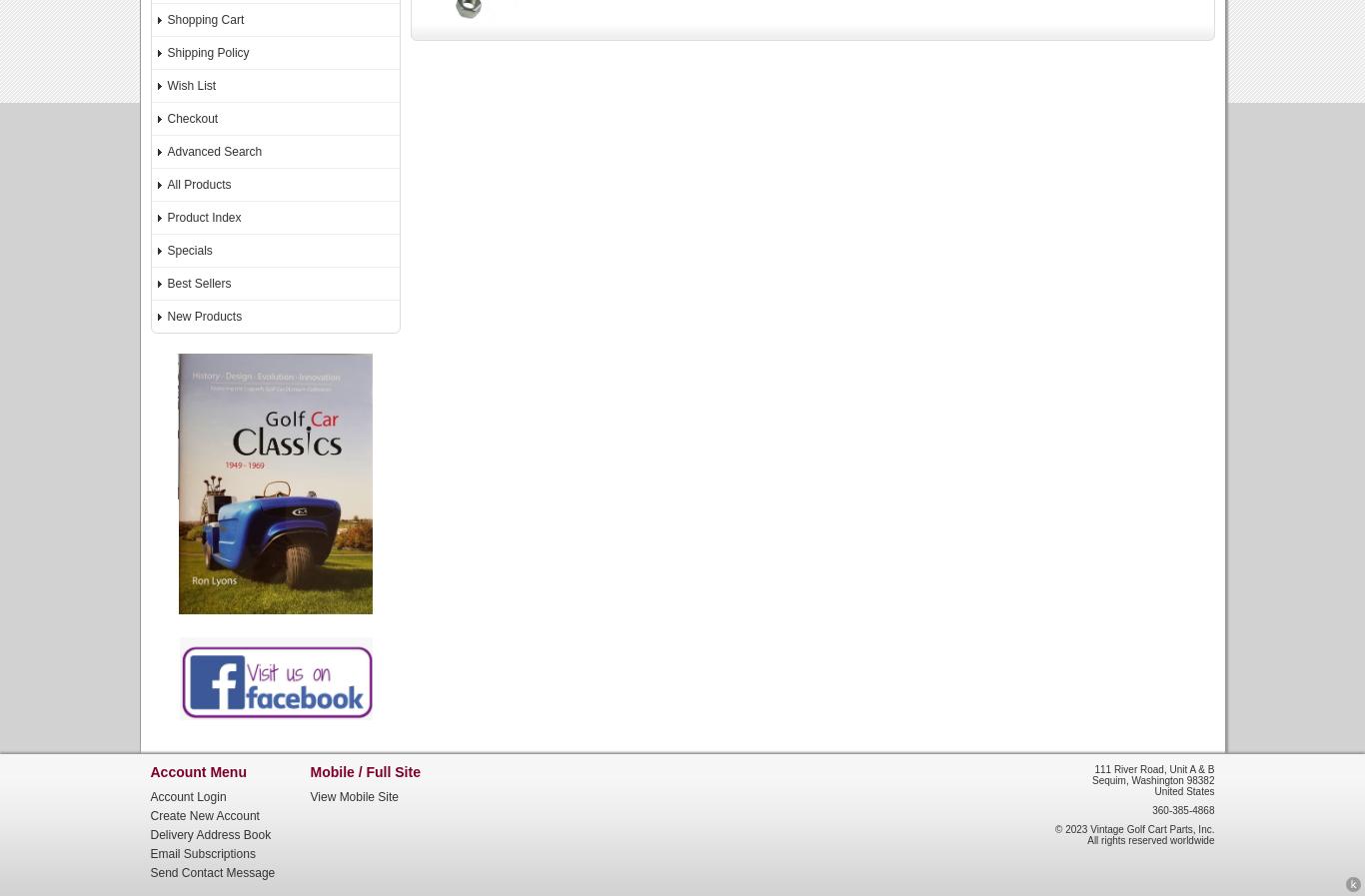 This screenshot has height=896, width=1365. Describe the element at coordinates (166, 85) in the screenshot. I see `'Wish List'` at that location.